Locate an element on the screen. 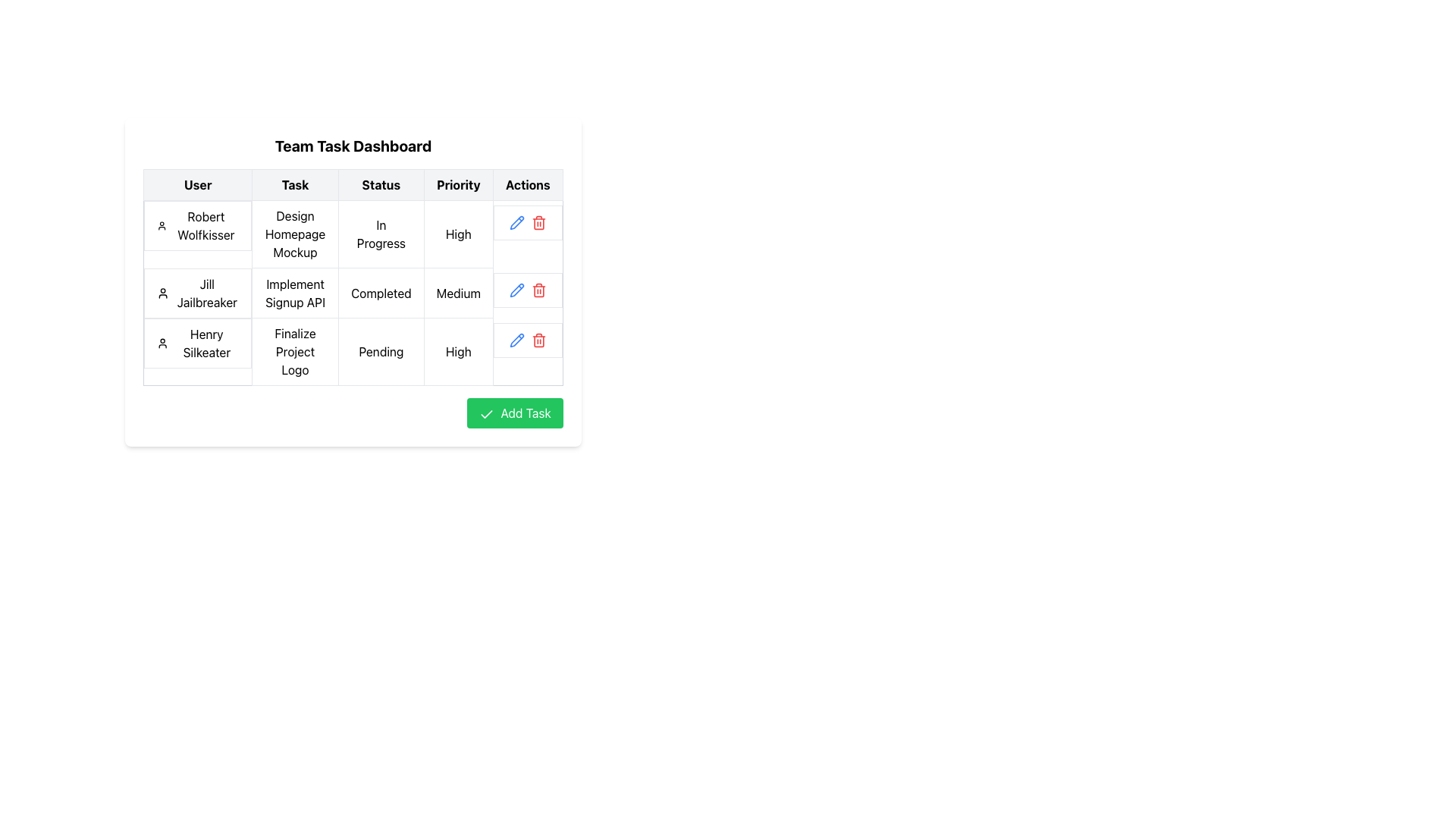 This screenshot has width=1456, height=819. the text label displaying 'Pending' in the 'Status' column for the user 'Henry Silkeater' and task 'Finalize Project Logo' is located at coordinates (381, 351).